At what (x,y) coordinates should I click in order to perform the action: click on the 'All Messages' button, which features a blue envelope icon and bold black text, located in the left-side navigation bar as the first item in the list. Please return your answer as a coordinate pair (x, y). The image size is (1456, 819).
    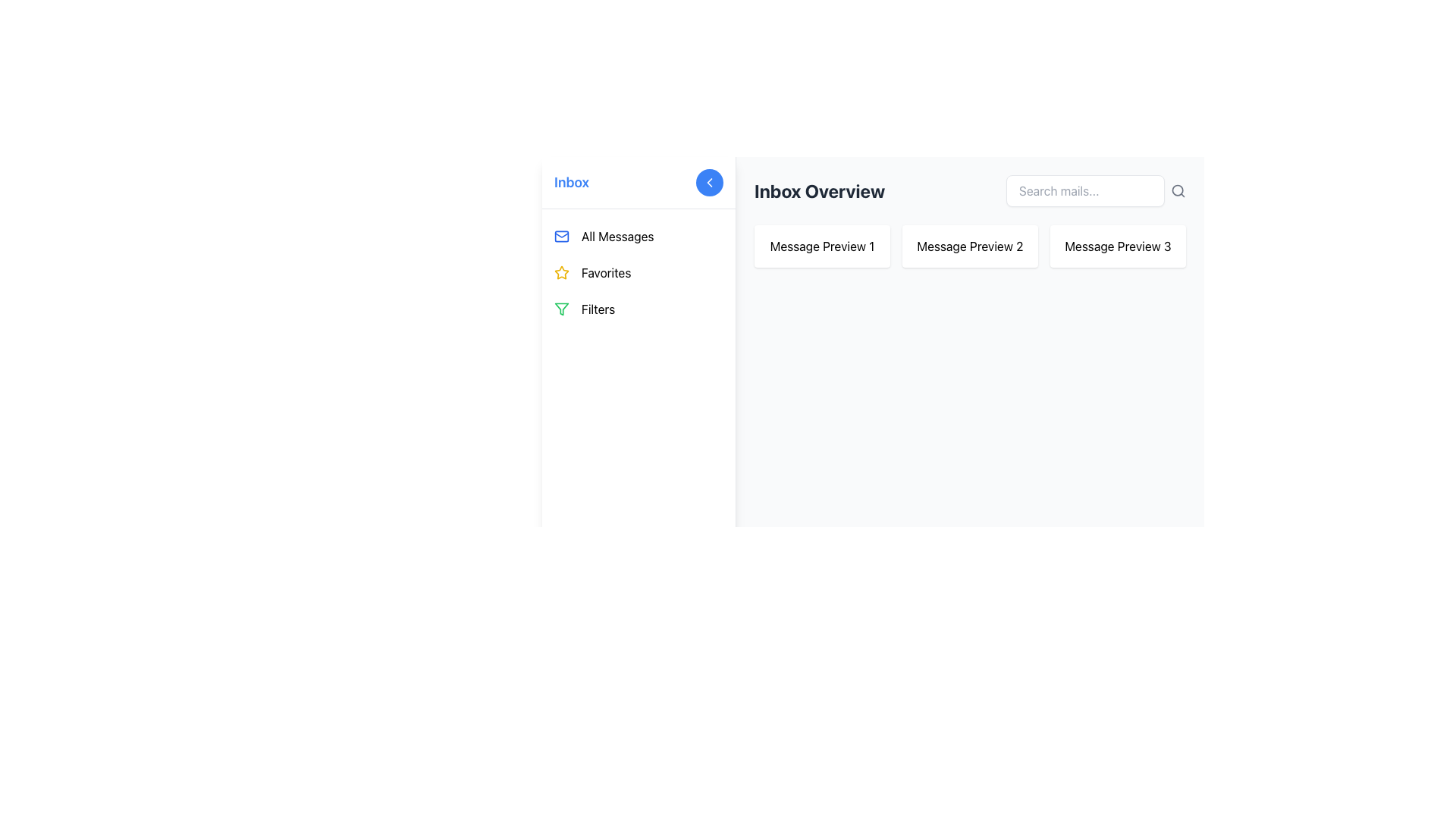
    Looking at the image, I should click on (639, 237).